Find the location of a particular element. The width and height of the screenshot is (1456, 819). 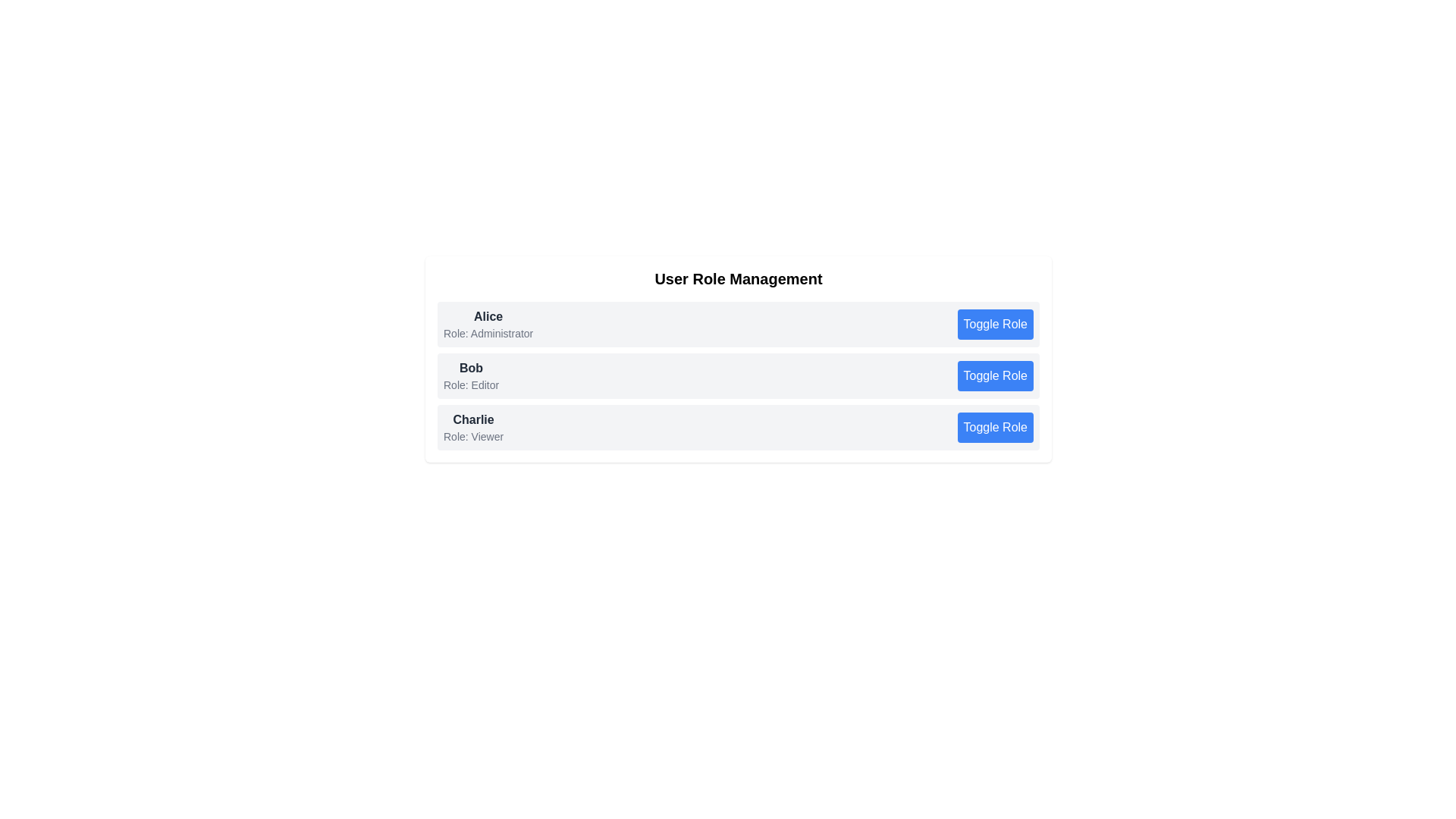

the static text label displaying 'Viewer' for the user 'Charlie', located directly beneath the name 'Charlie' in the user details list is located at coordinates (472, 436).